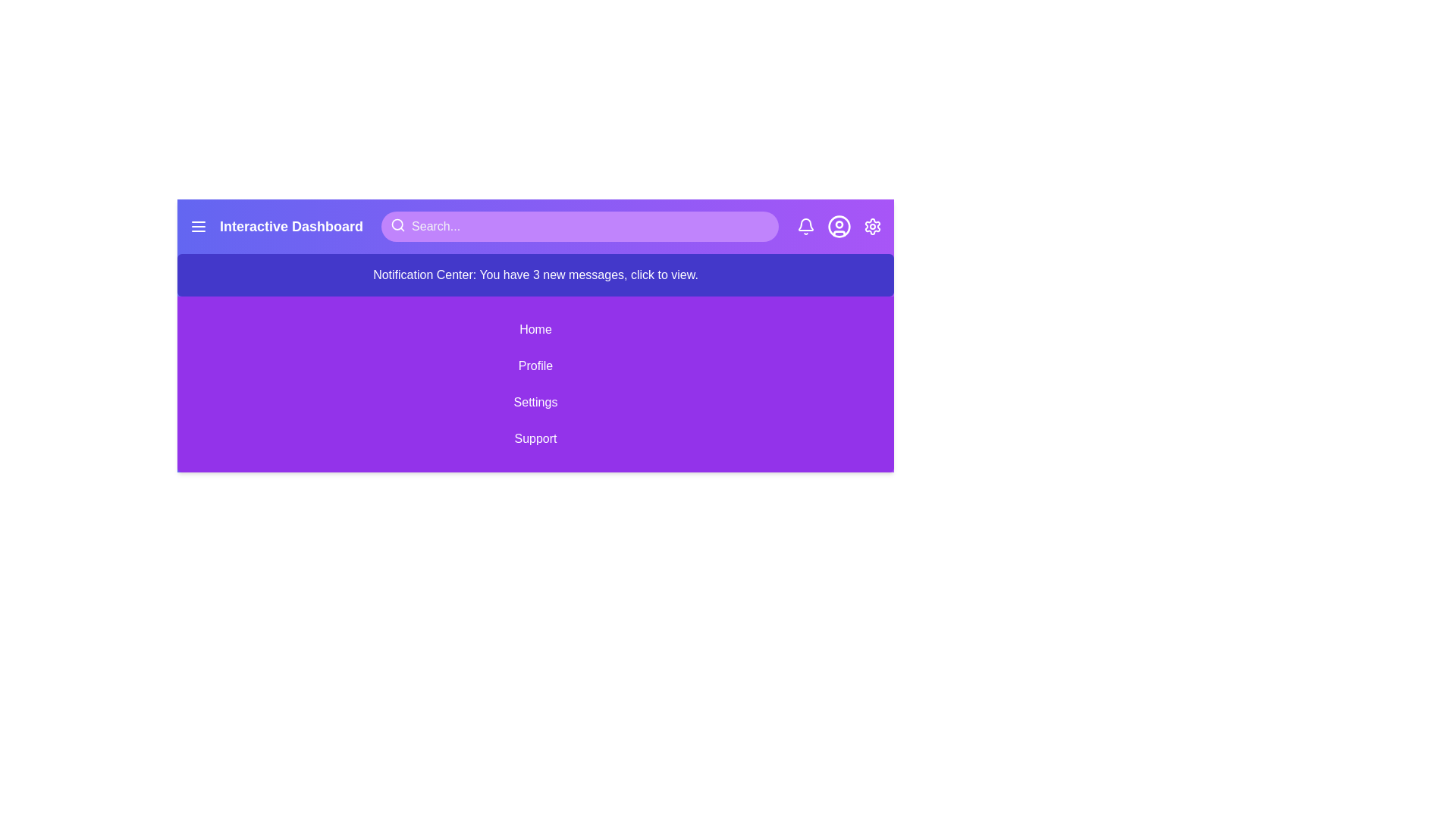 Image resolution: width=1456 pixels, height=819 pixels. I want to click on the search input field to focus it, so click(579, 227).